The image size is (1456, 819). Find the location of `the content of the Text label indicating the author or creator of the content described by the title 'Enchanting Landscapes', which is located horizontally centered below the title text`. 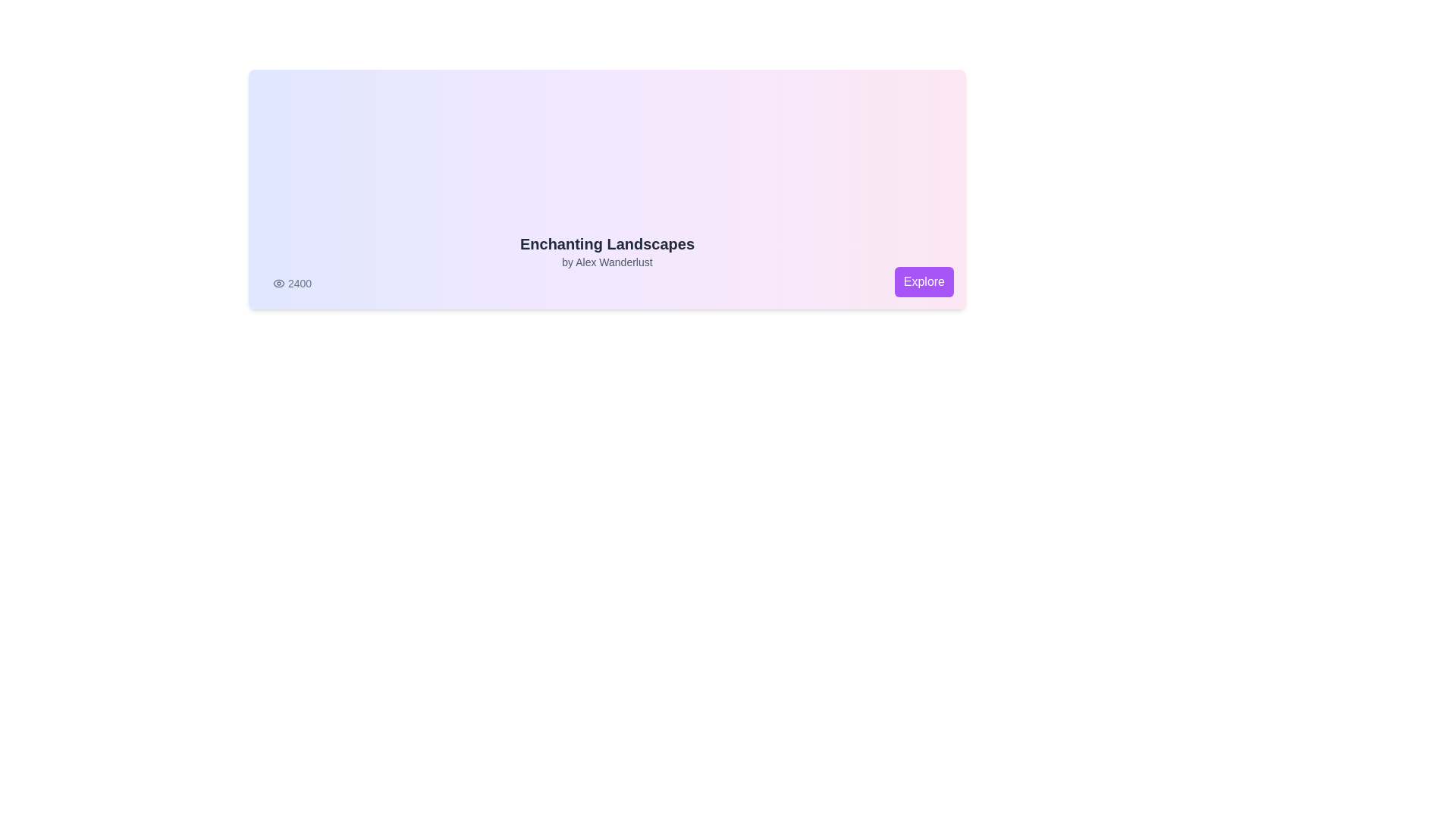

the content of the Text label indicating the author or creator of the content described by the title 'Enchanting Landscapes', which is located horizontally centered below the title text is located at coordinates (607, 262).